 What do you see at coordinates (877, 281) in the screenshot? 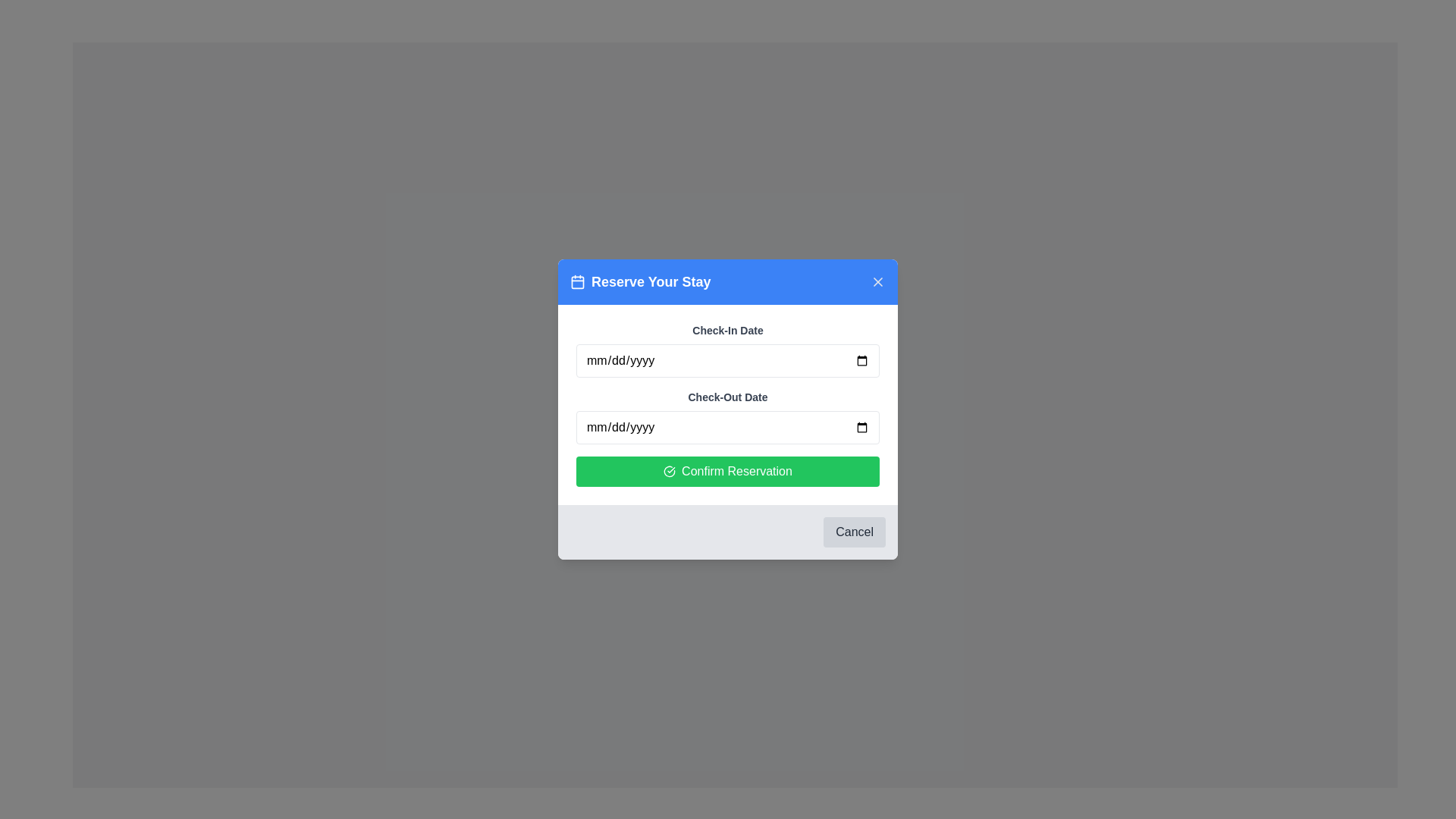
I see `the close button located at the top-right corner of the 'Reserve Your Stay' modal header` at bounding box center [877, 281].